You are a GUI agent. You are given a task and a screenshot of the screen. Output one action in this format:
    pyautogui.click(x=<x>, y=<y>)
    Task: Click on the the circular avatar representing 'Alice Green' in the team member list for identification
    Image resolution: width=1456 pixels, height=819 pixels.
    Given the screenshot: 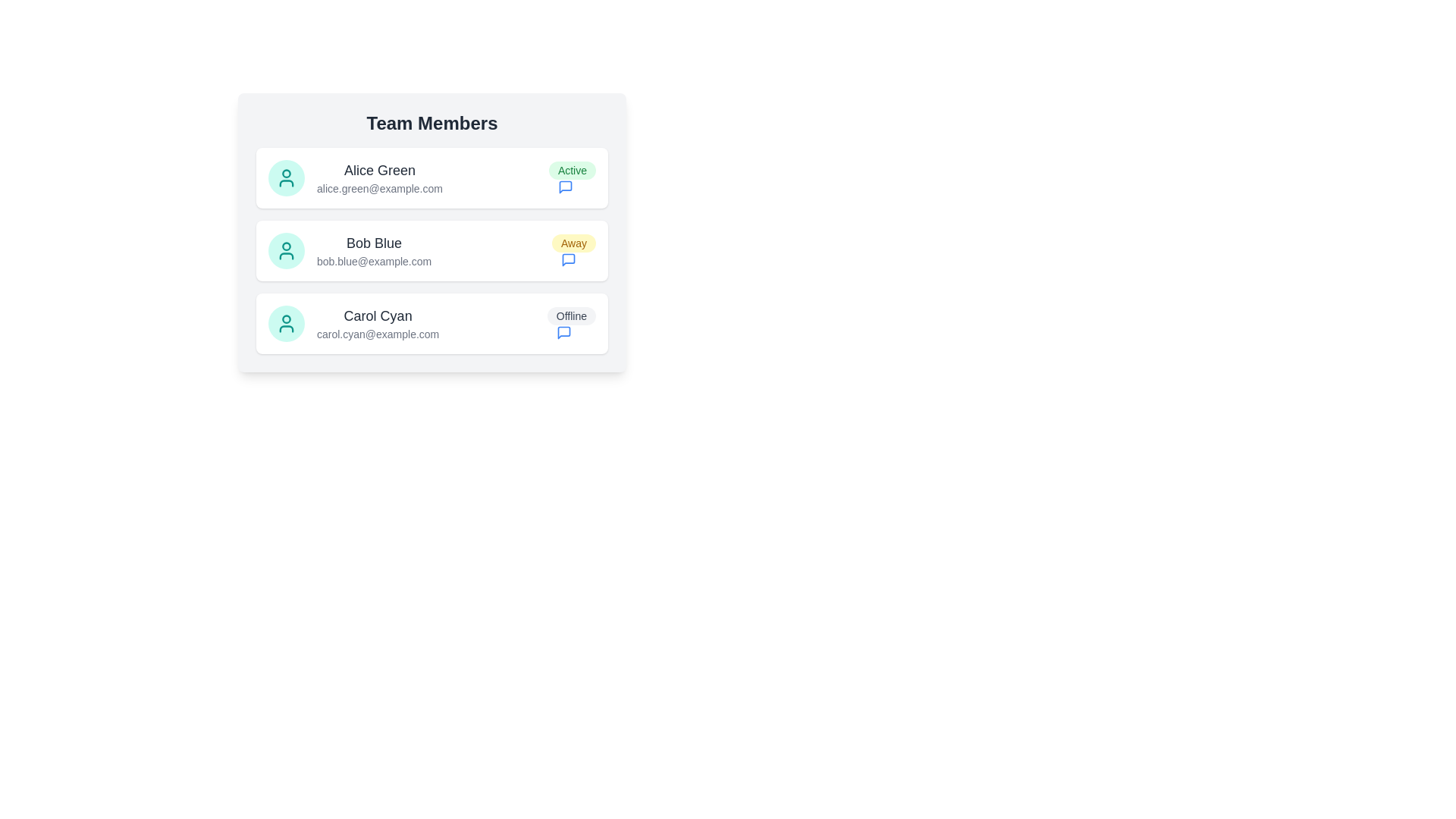 What is the action you would take?
    pyautogui.click(x=287, y=177)
    